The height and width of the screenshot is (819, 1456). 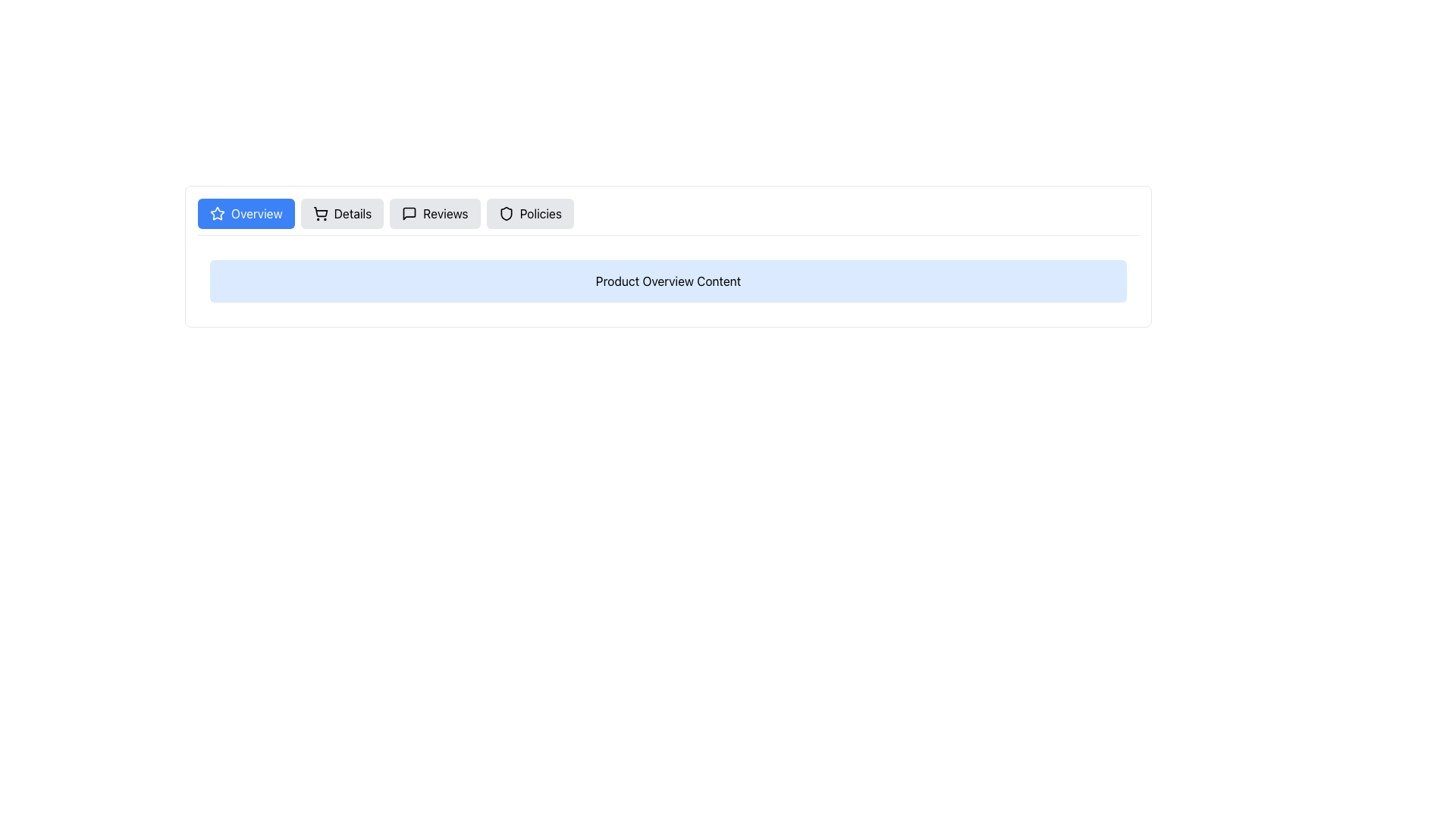 What do you see at coordinates (434, 213) in the screenshot?
I see `the 'Reviews' button, which is the third button from the left in the navigation row` at bounding box center [434, 213].